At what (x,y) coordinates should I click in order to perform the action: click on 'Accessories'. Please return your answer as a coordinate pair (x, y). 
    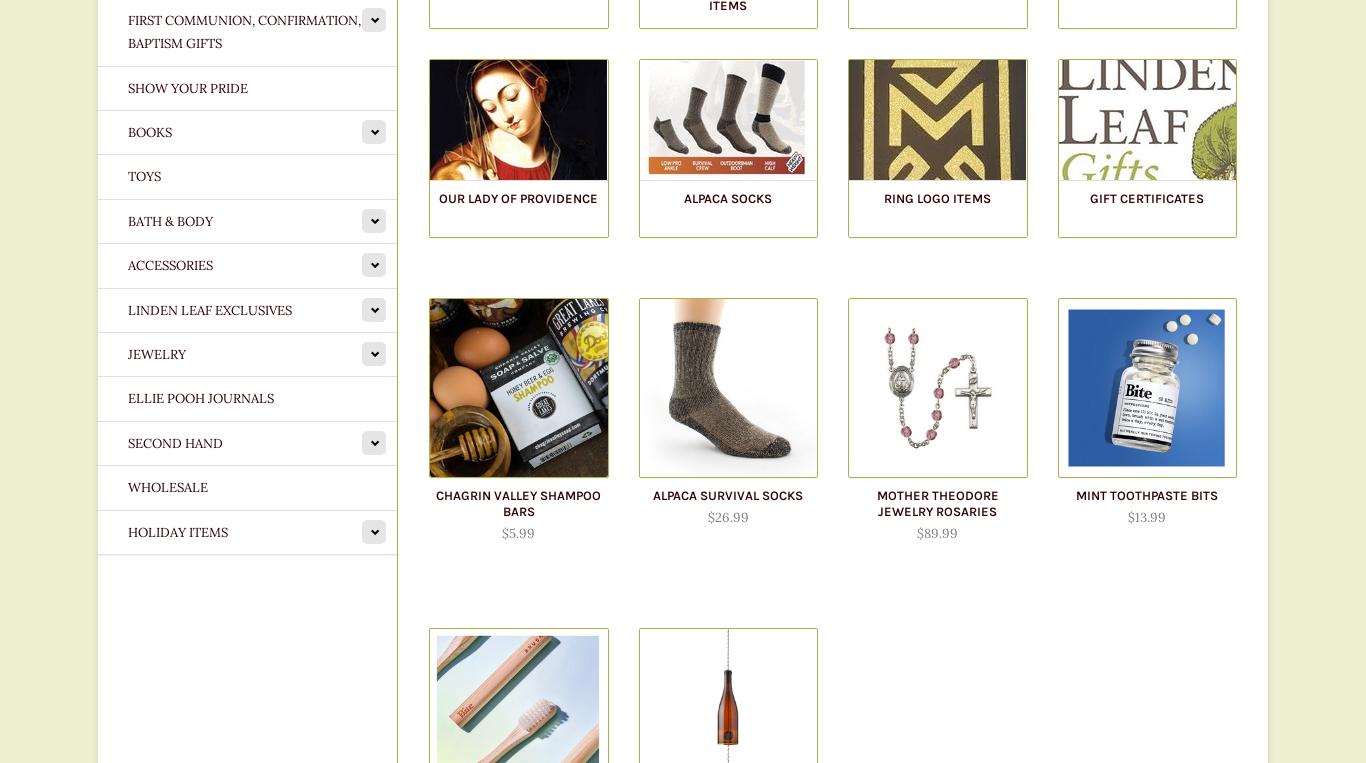
    Looking at the image, I should click on (169, 264).